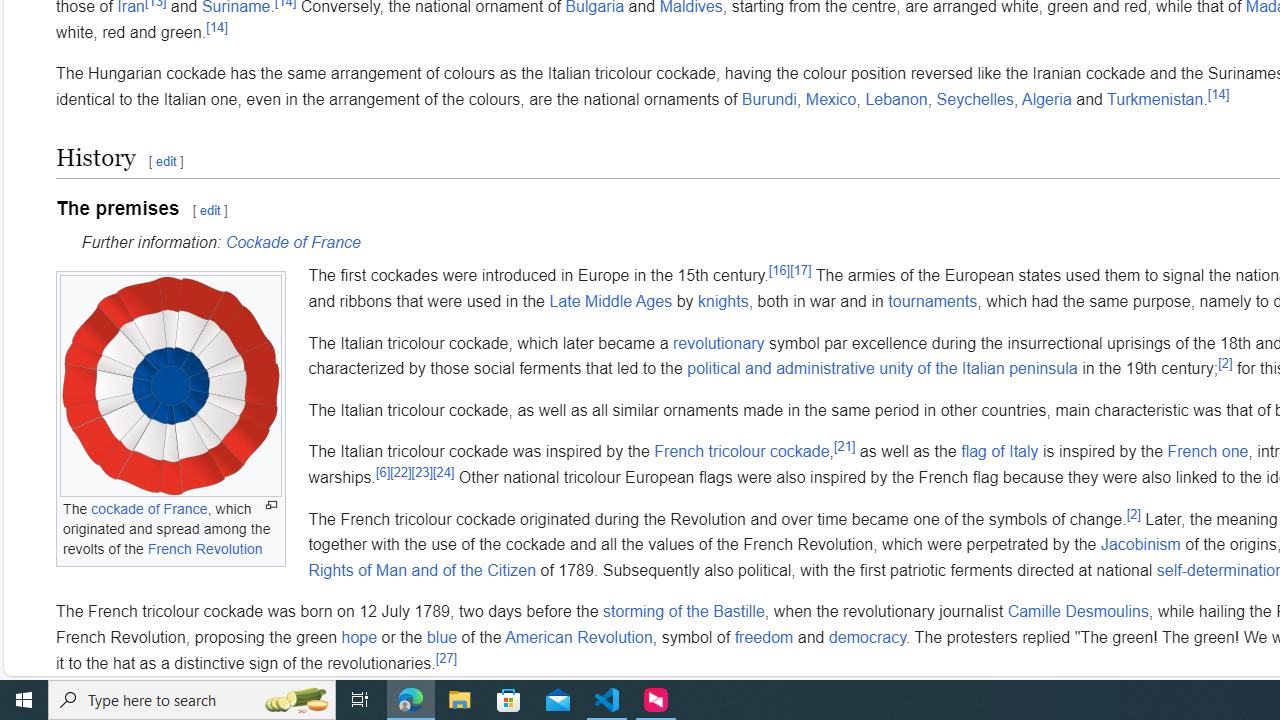  I want to click on '[16]', so click(778, 271).